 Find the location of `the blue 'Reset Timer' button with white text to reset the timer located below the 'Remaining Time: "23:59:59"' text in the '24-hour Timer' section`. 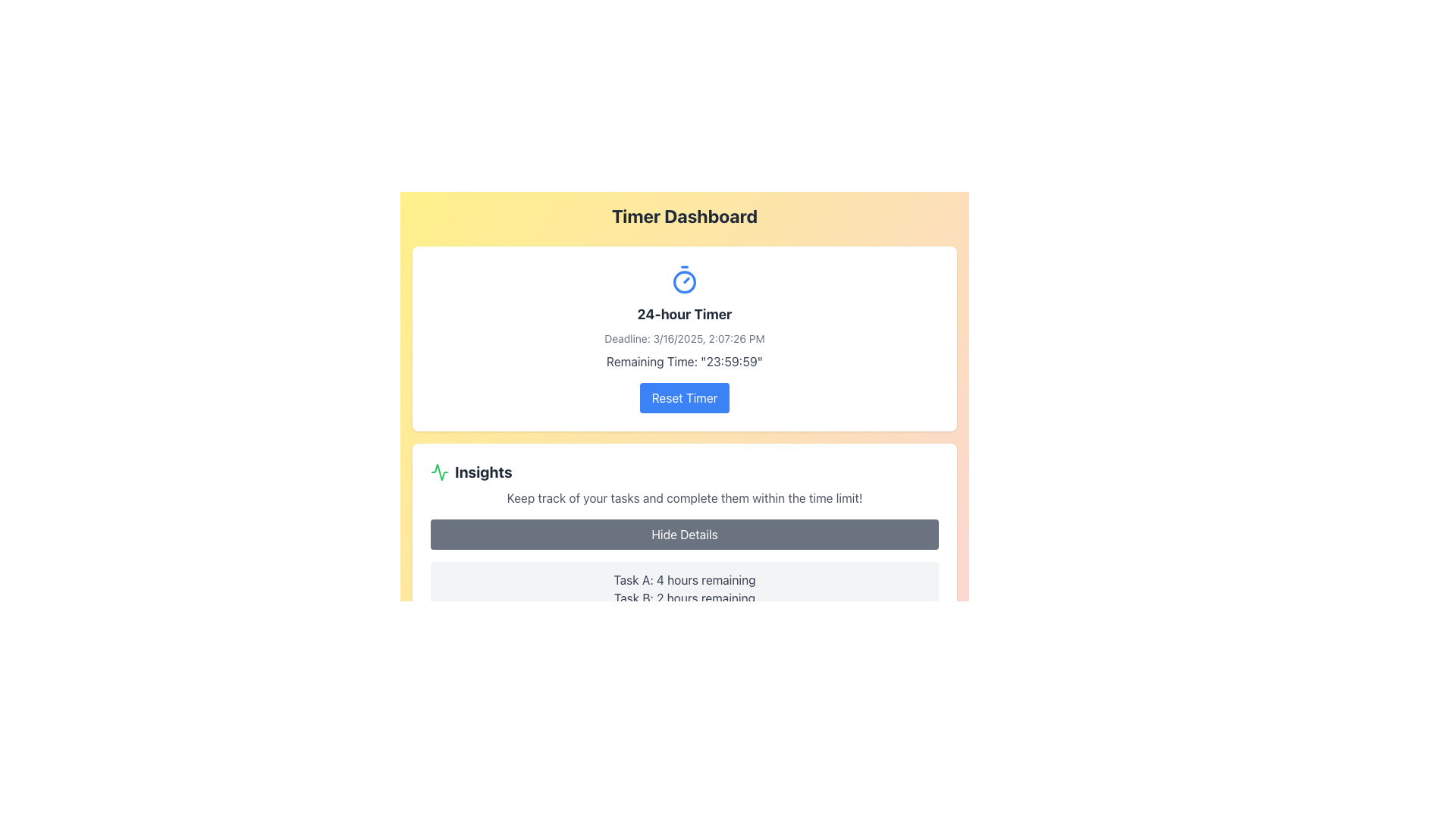

the blue 'Reset Timer' button with white text to reset the timer located below the 'Remaining Time: "23:59:59"' text in the '24-hour Timer' section is located at coordinates (683, 397).